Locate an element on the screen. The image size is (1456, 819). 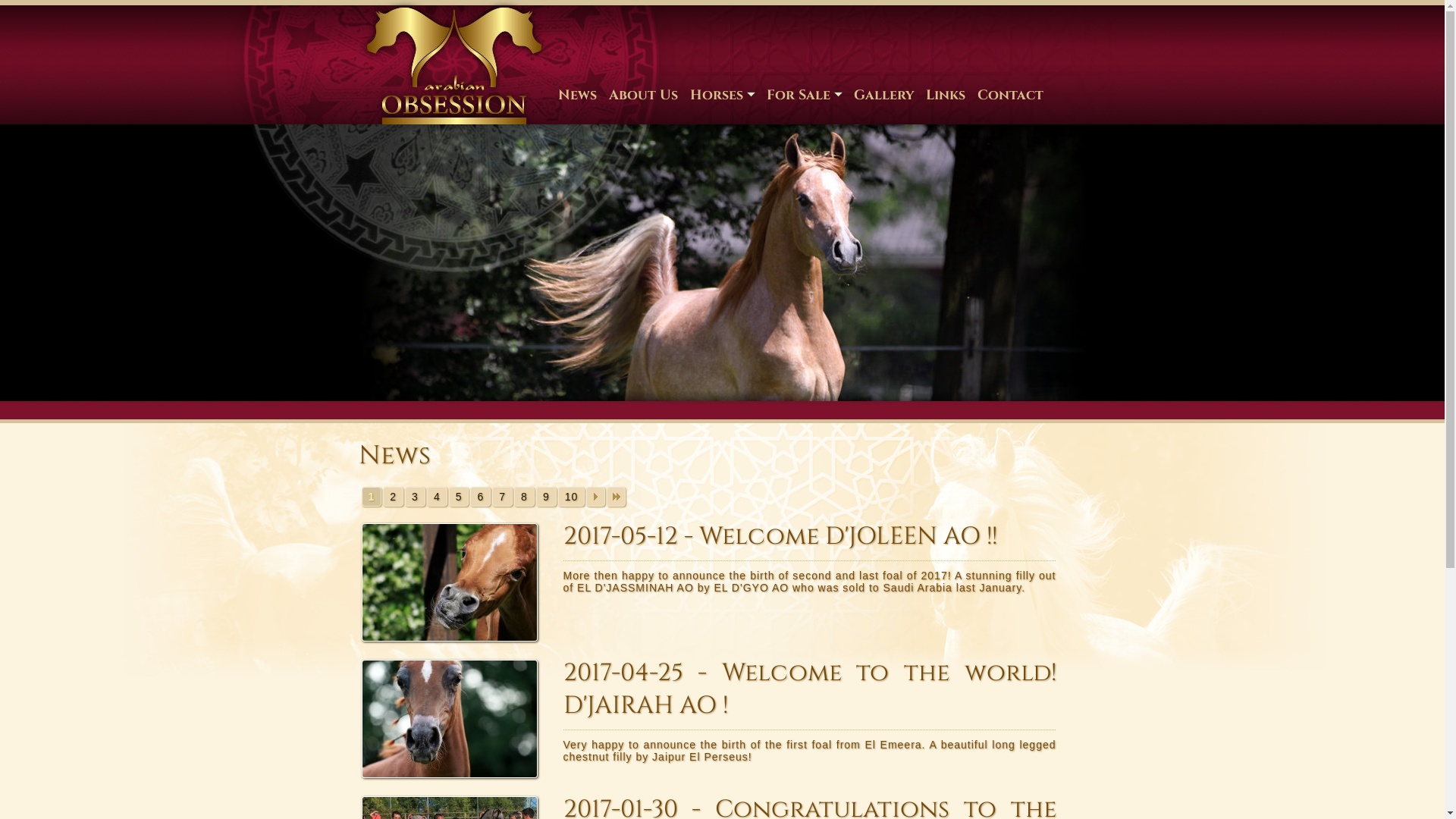
'4' is located at coordinates (425, 497).